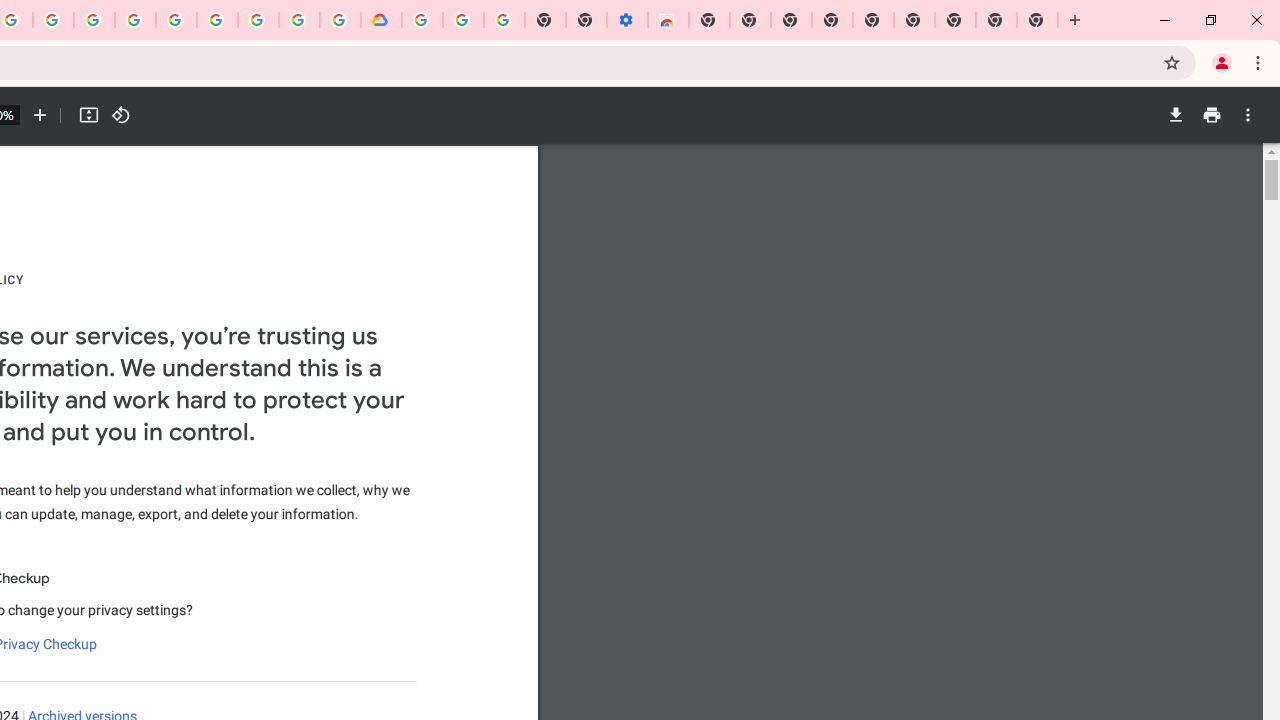 This screenshot has width=1280, height=720. Describe the element at coordinates (626, 20) in the screenshot. I see `'Settings - Accessibility'` at that location.